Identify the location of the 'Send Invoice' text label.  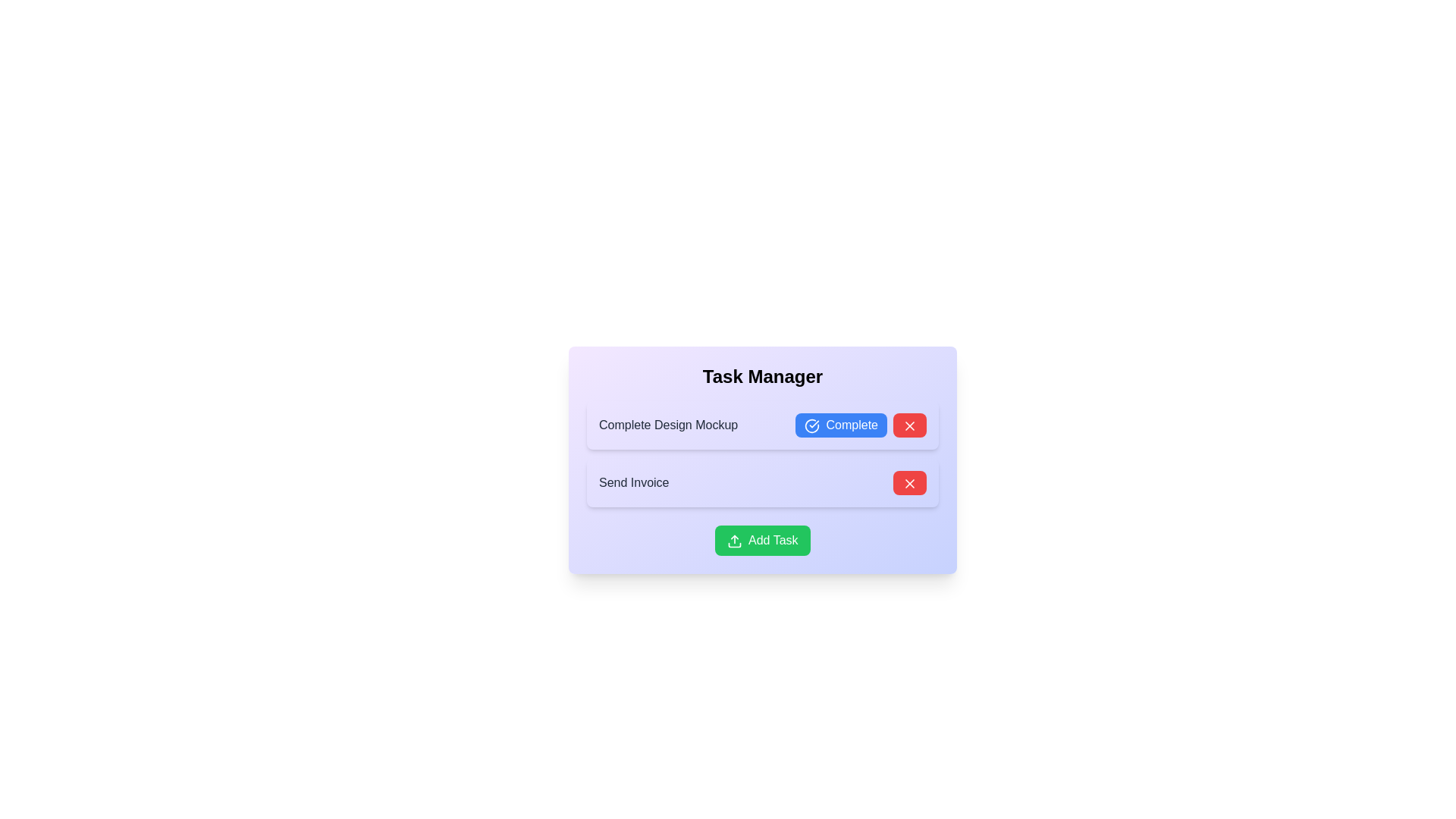
(633, 482).